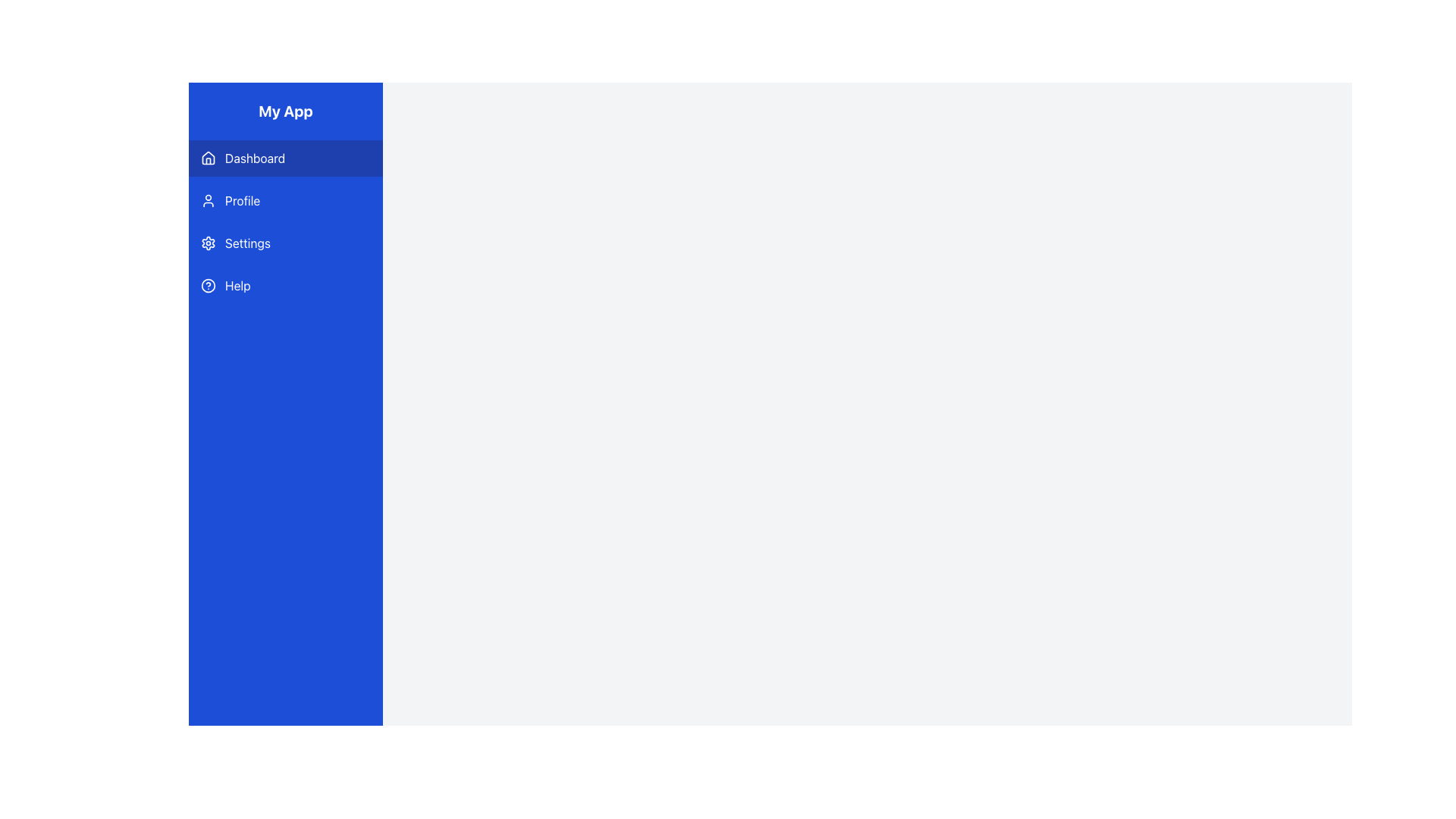  I want to click on the SVG Circle element that represents the 'Help' menu icon, so click(207, 286).